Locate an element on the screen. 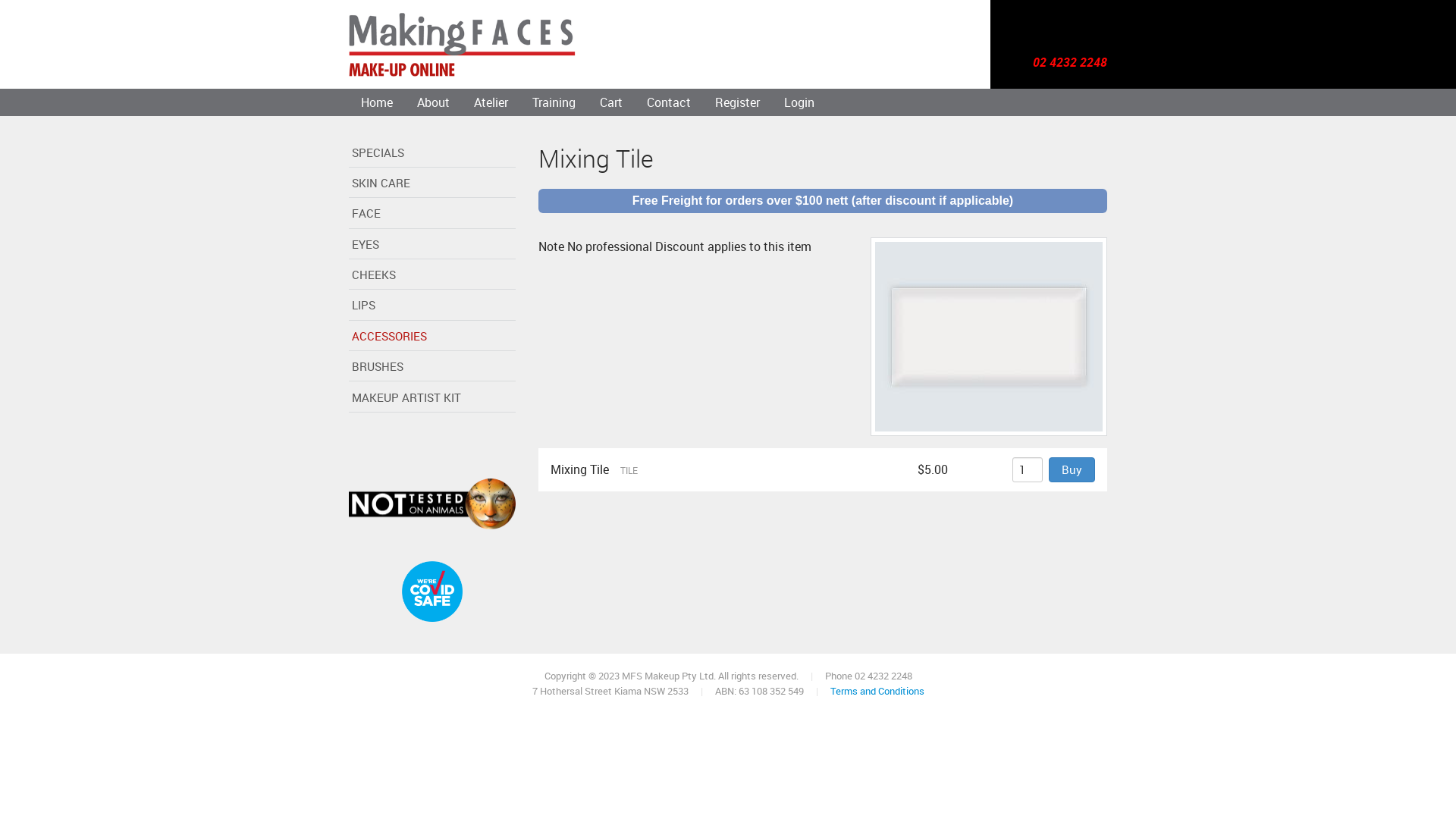 The image size is (1456, 819). 'BRUSHES' is located at coordinates (431, 369).